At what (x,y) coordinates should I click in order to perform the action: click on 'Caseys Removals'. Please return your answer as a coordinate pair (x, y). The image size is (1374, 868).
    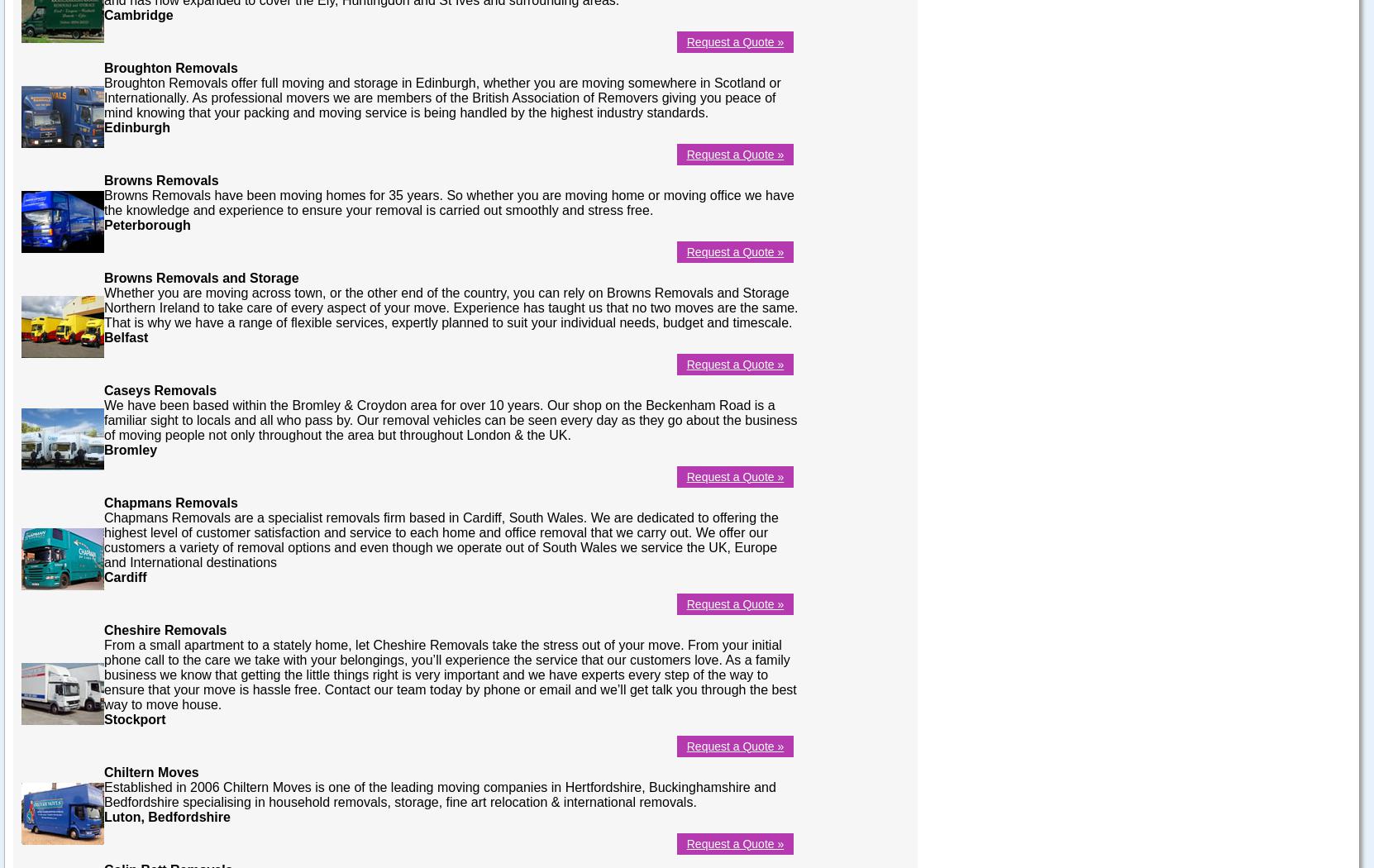
    Looking at the image, I should click on (159, 389).